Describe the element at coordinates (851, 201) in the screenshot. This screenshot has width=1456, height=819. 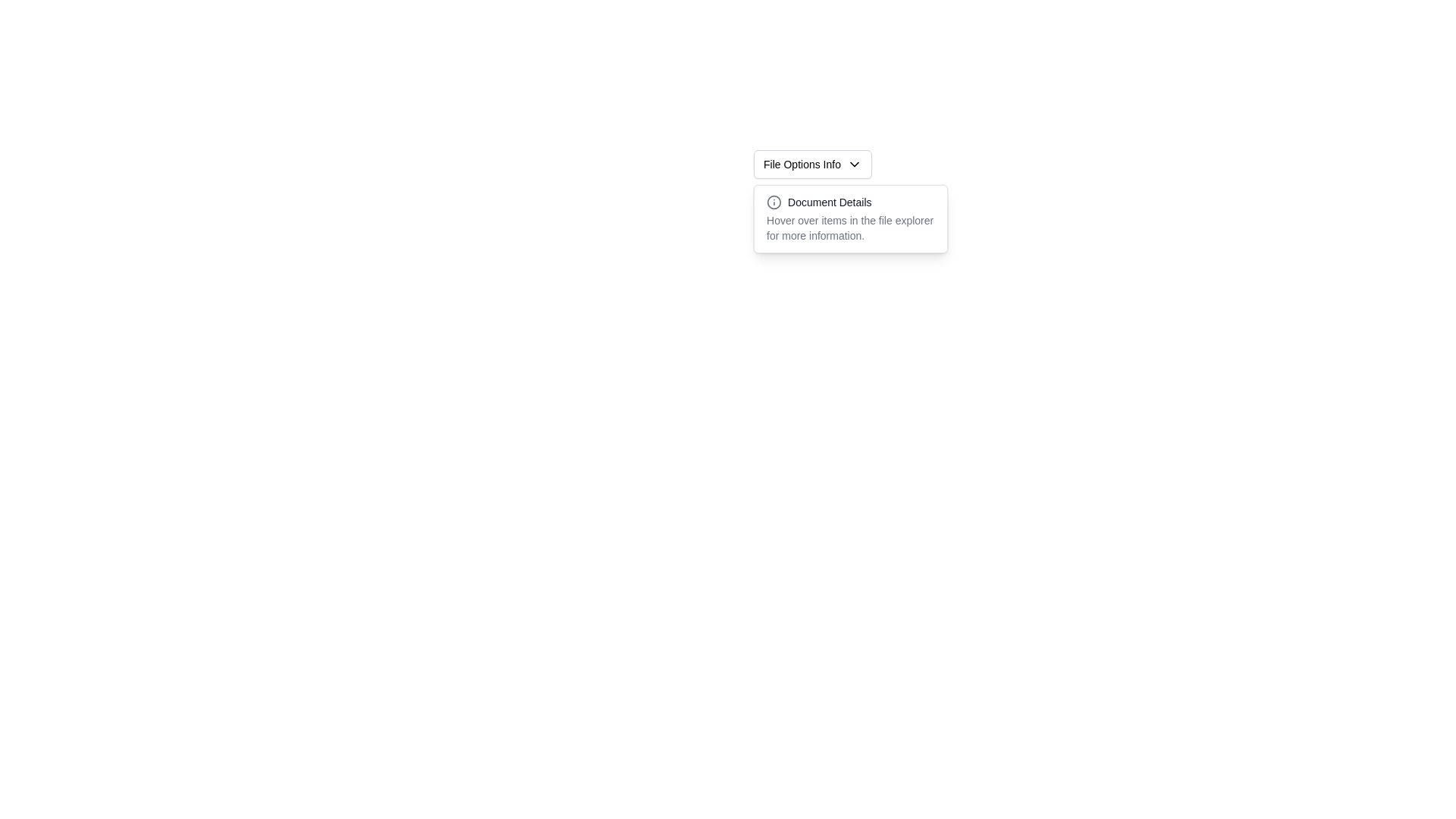
I see `the Informational Label that serves as a heading for subsequent information, located above the text 'Hover over items in the file explorer for more information.' and following the dropdown labeled 'File Options Info.'` at that location.